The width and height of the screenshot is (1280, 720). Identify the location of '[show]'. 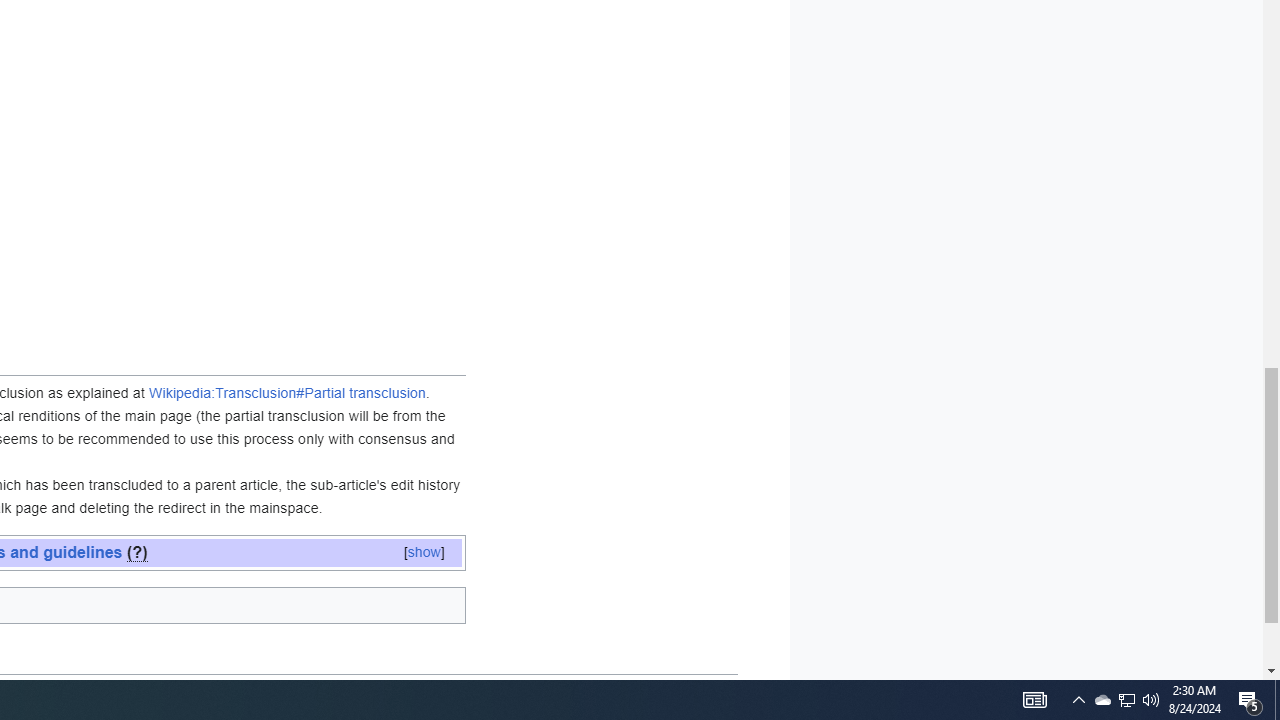
(423, 552).